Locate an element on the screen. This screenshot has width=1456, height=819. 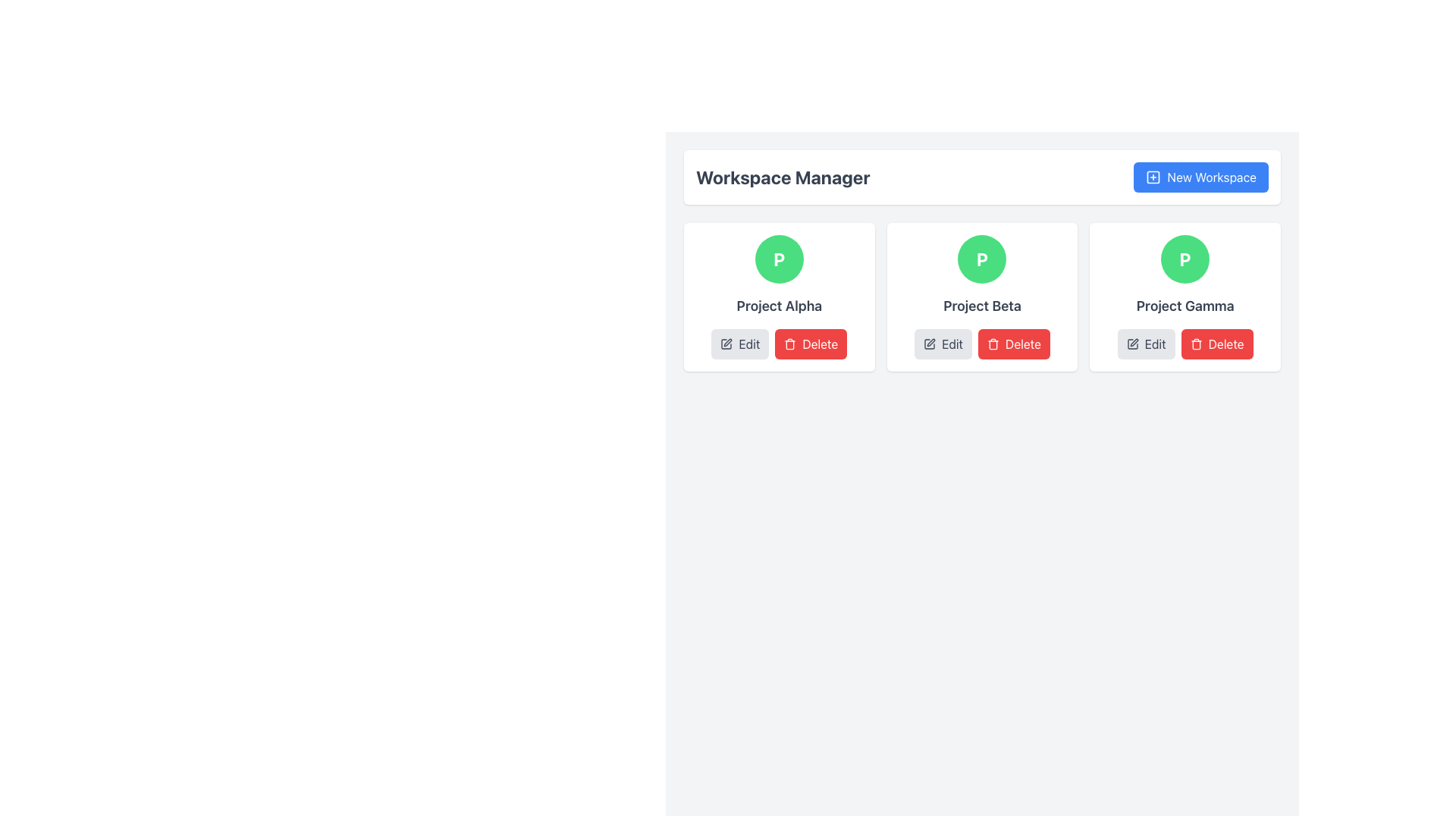
the 'Delete' button with a red background and white text, located right of the 'Edit' button in the 'Project Beta' card is located at coordinates (1014, 344).